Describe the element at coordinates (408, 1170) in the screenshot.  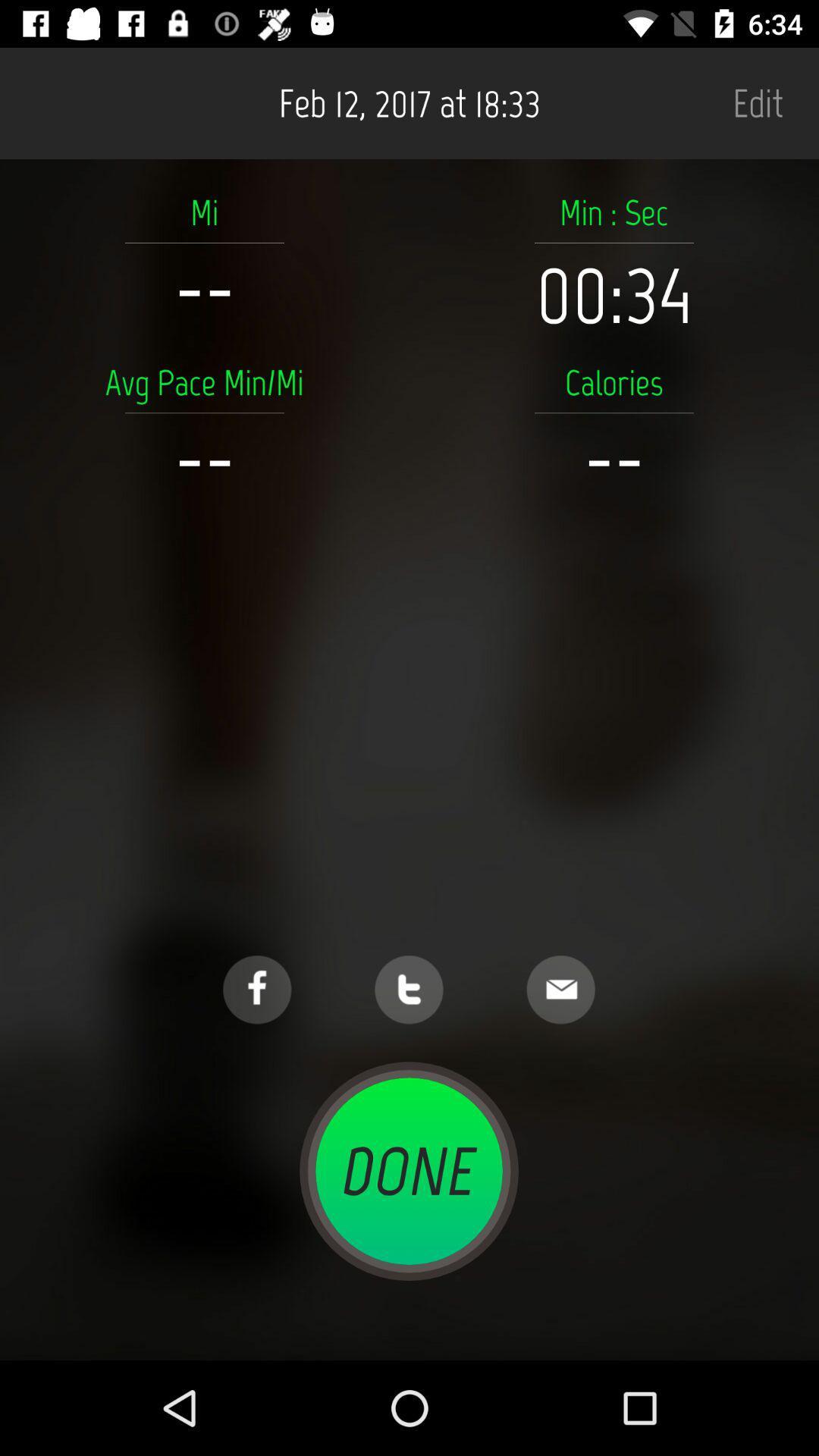
I see `done icon` at that location.